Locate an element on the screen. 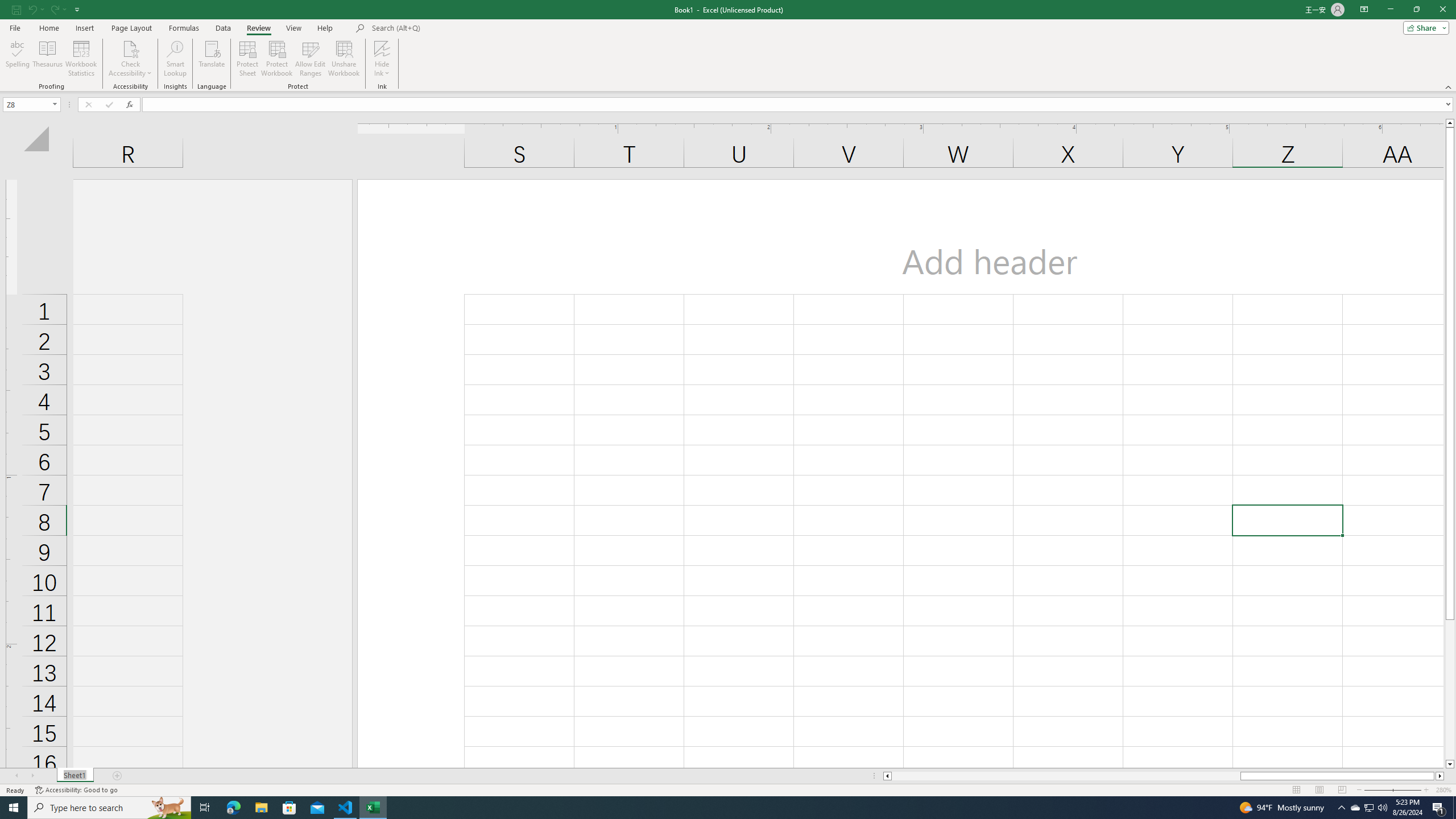  'Smart Lookup' is located at coordinates (175, 59).